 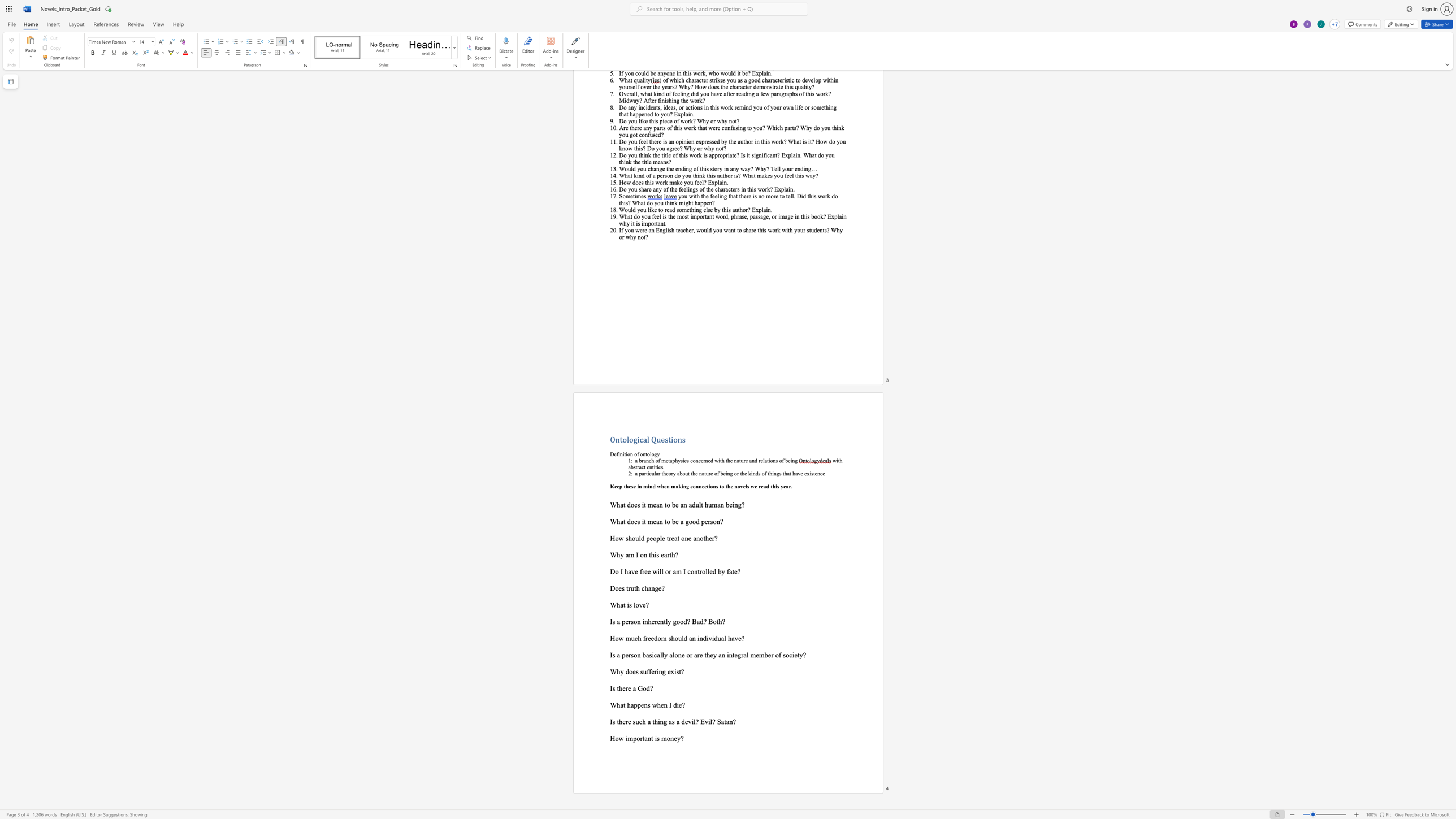 I want to click on the space between the continuous character "t" and "l" in the text, so click(x=665, y=621).